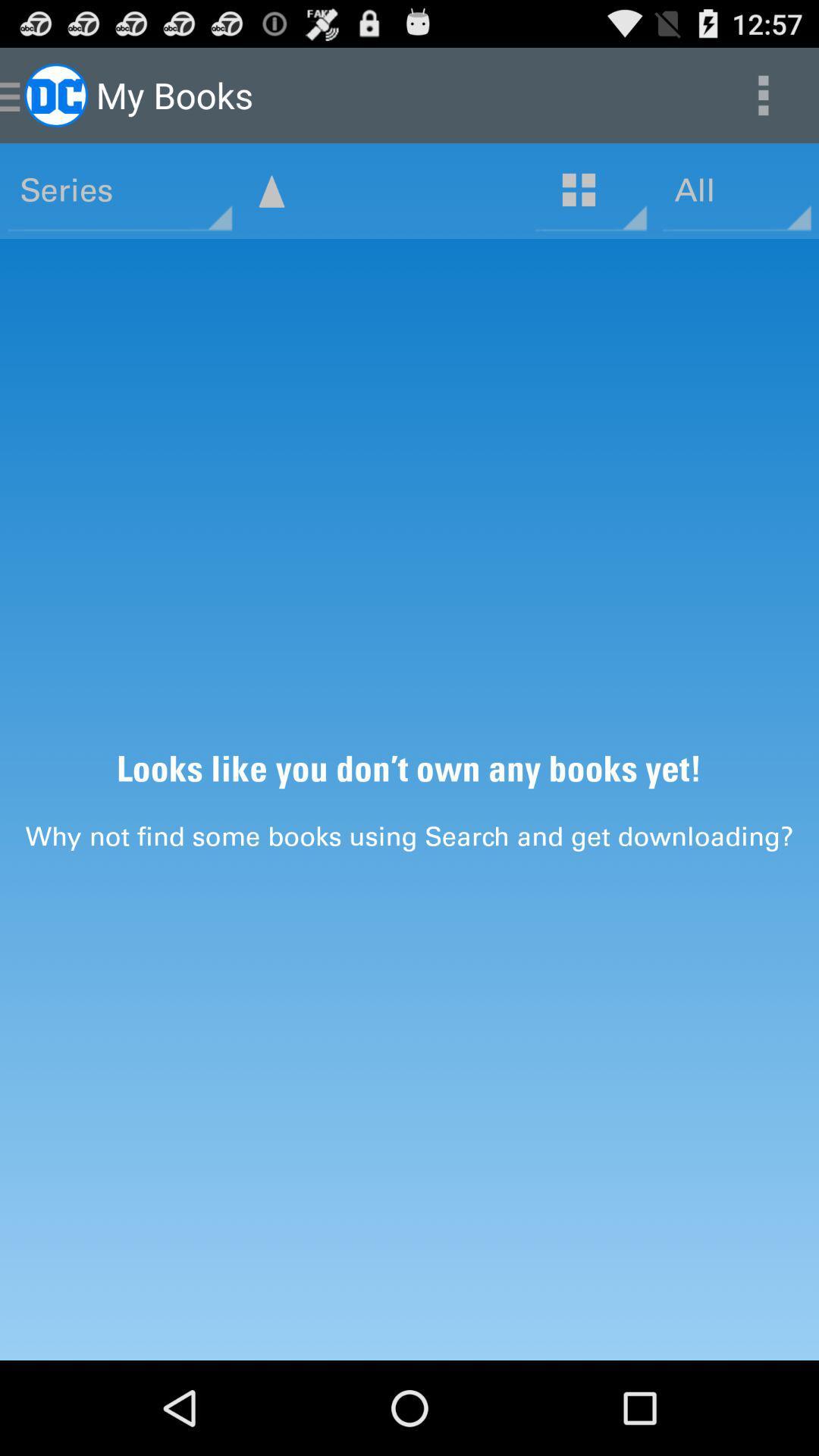  I want to click on the icon to the right of series icon, so click(271, 190).